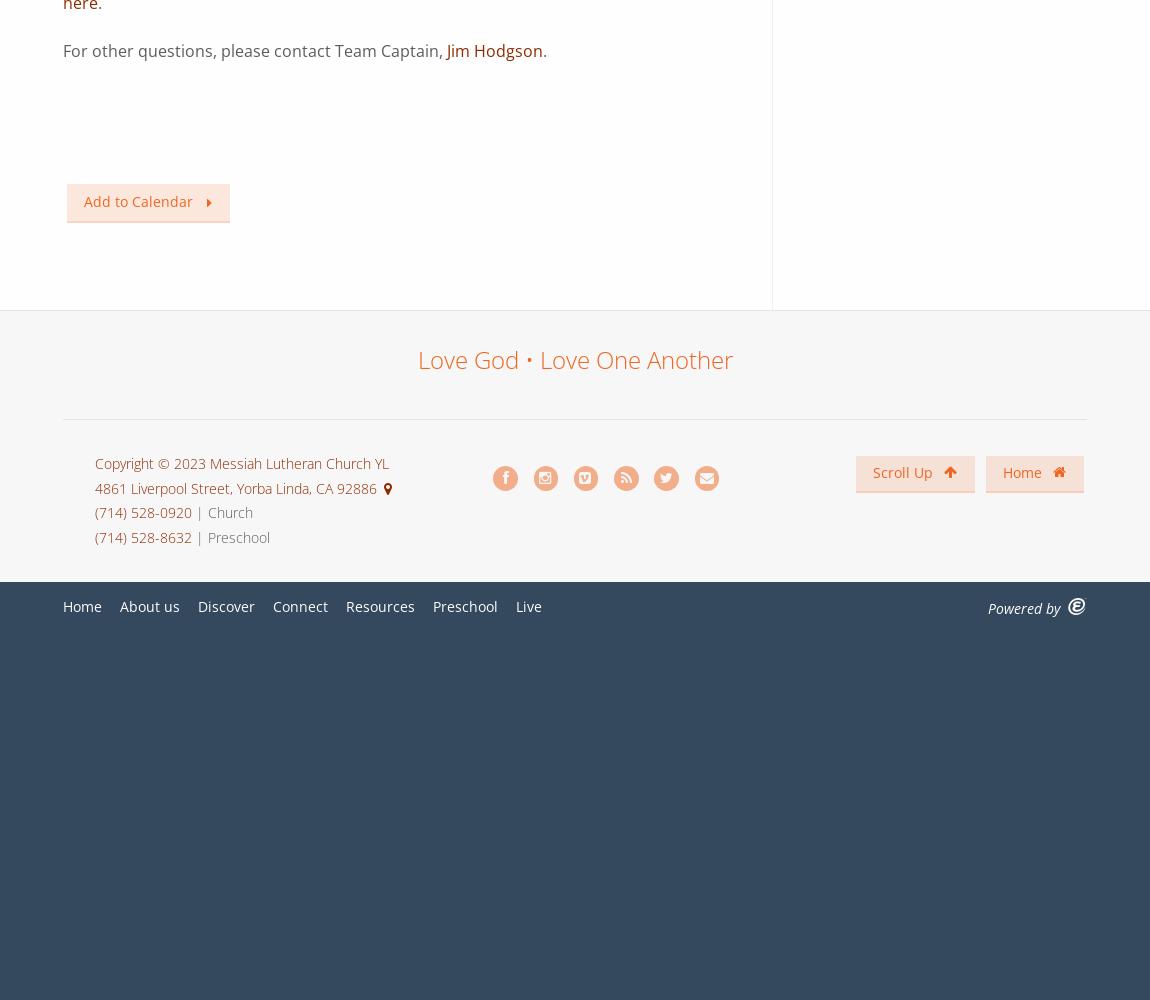 The image size is (1150, 1000). What do you see at coordinates (148, 605) in the screenshot?
I see `'About us'` at bounding box center [148, 605].